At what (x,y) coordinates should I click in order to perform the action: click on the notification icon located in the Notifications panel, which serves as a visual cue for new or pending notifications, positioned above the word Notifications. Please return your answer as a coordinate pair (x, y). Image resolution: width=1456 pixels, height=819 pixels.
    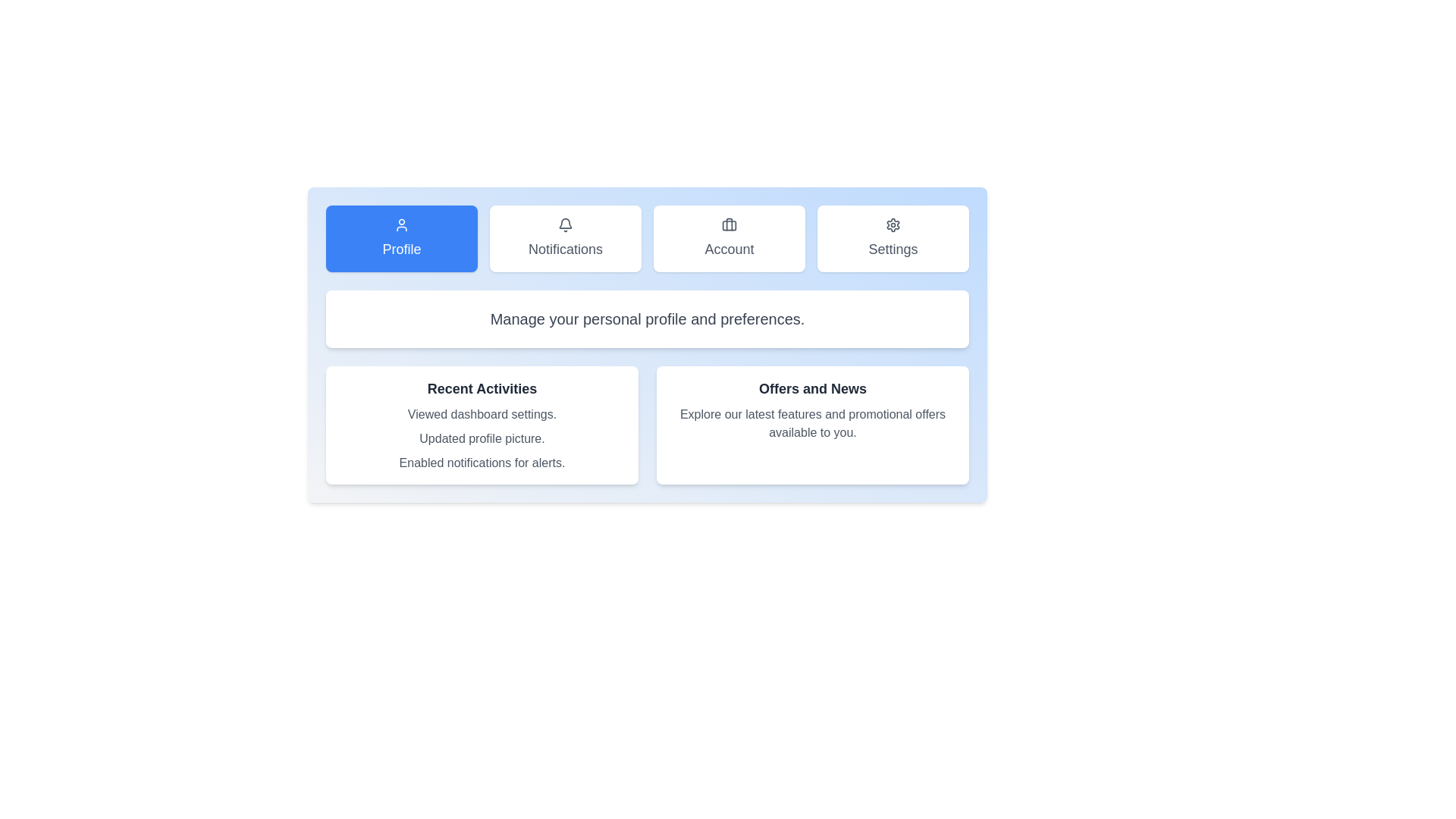
    Looking at the image, I should click on (564, 225).